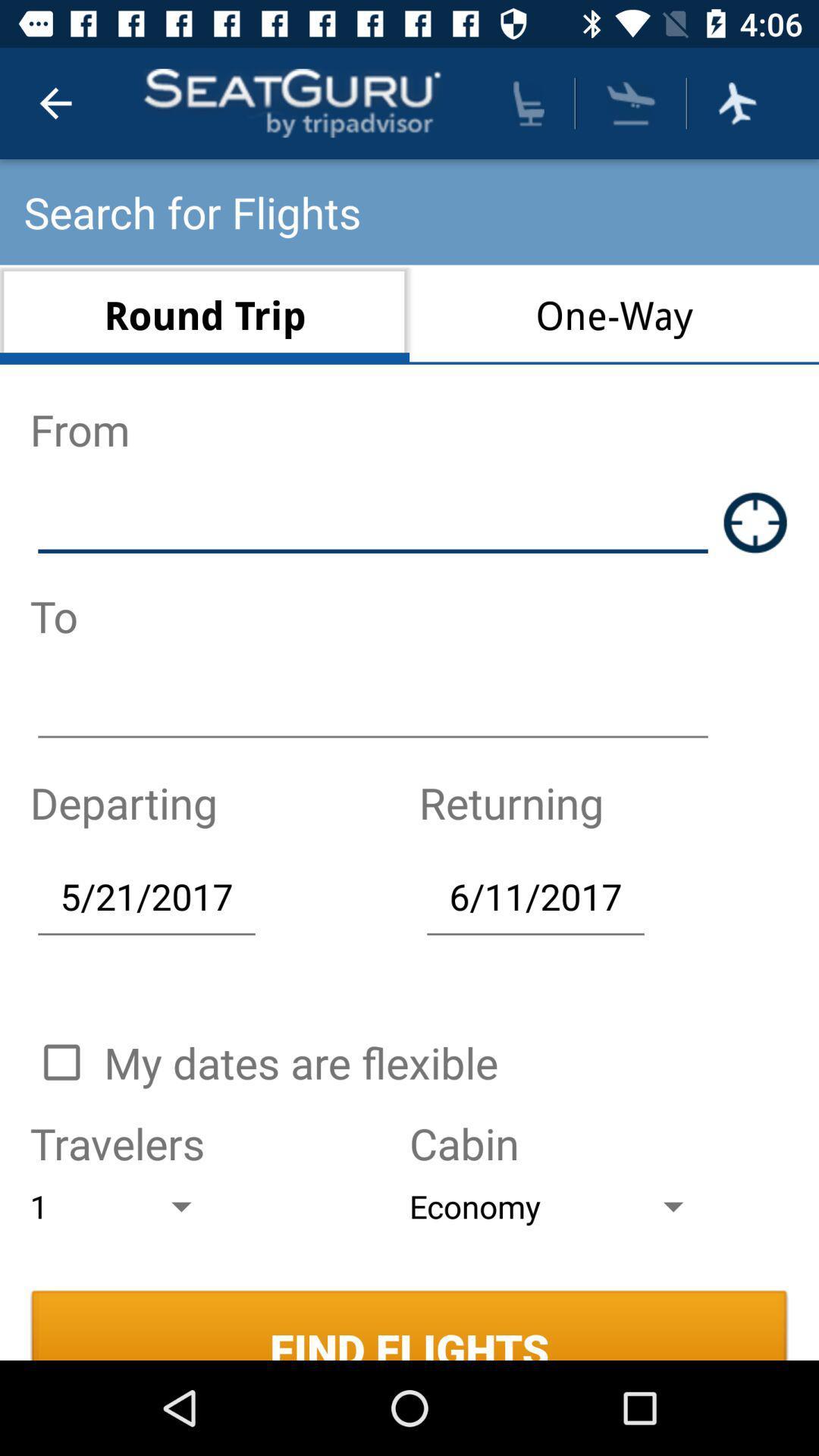 This screenshot has width=819, height=1456. What do you see at coordinates (631, 102) in the screenshot?
I see `drop down menu` at bounding box center [631, 102].